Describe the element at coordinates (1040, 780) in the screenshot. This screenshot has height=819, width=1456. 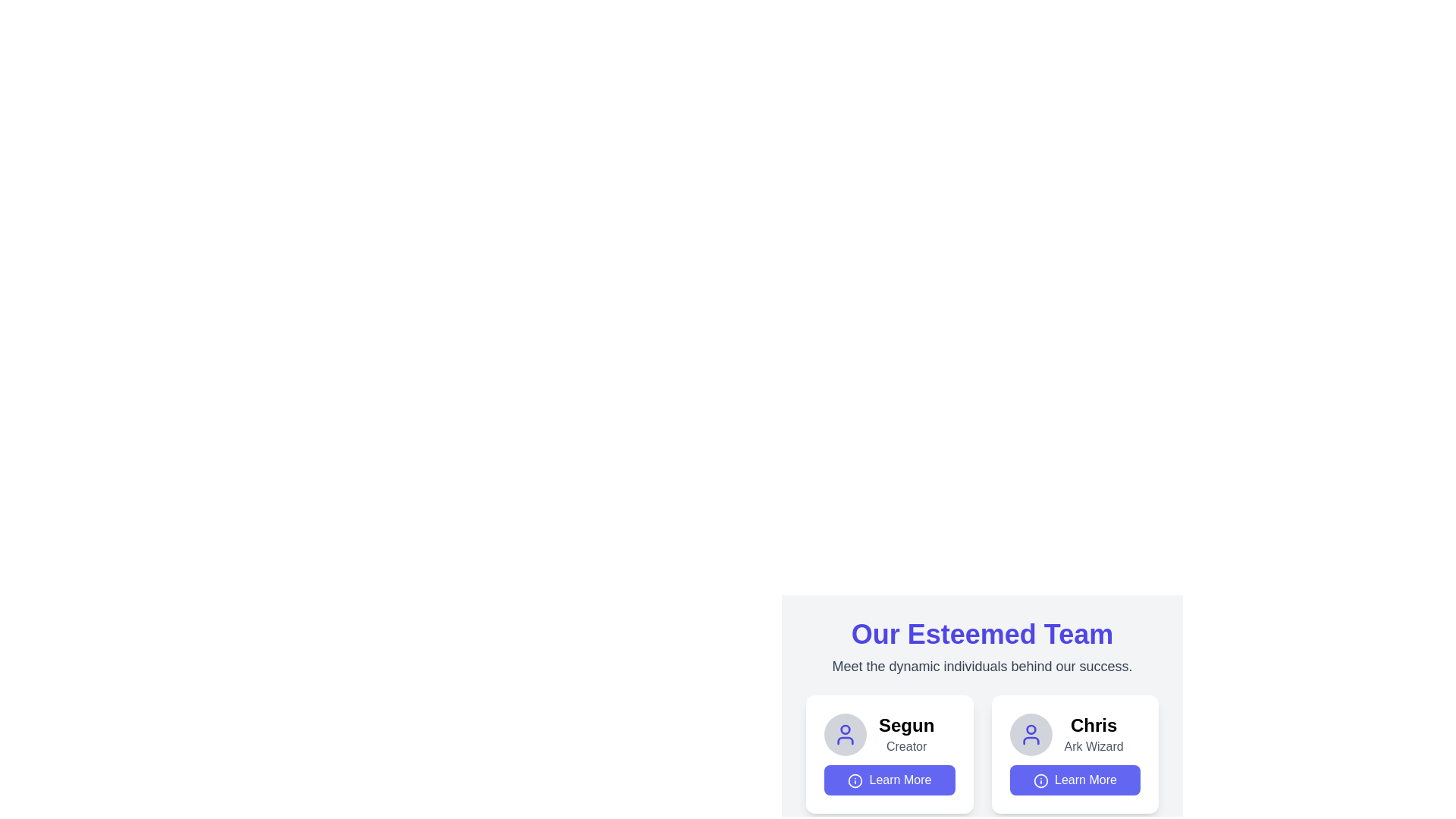
I see `the SVG circle that serves as a decorative element above the 'Learn More' button in the first card under 'Segun, Creator.'` at that location.